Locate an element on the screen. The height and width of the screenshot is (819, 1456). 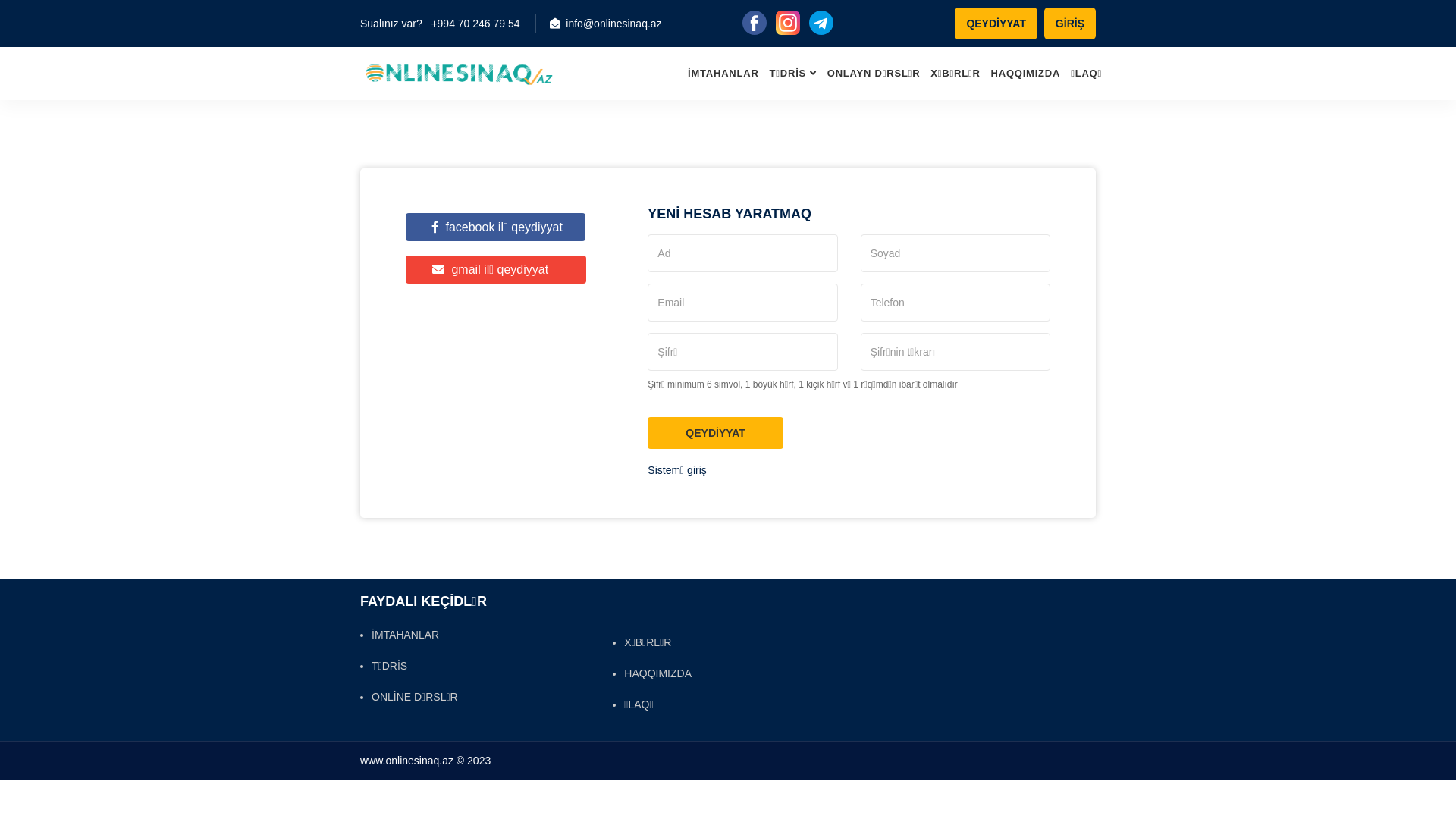
'HAQQIMIZDA' is located at coordinates (651, 672).